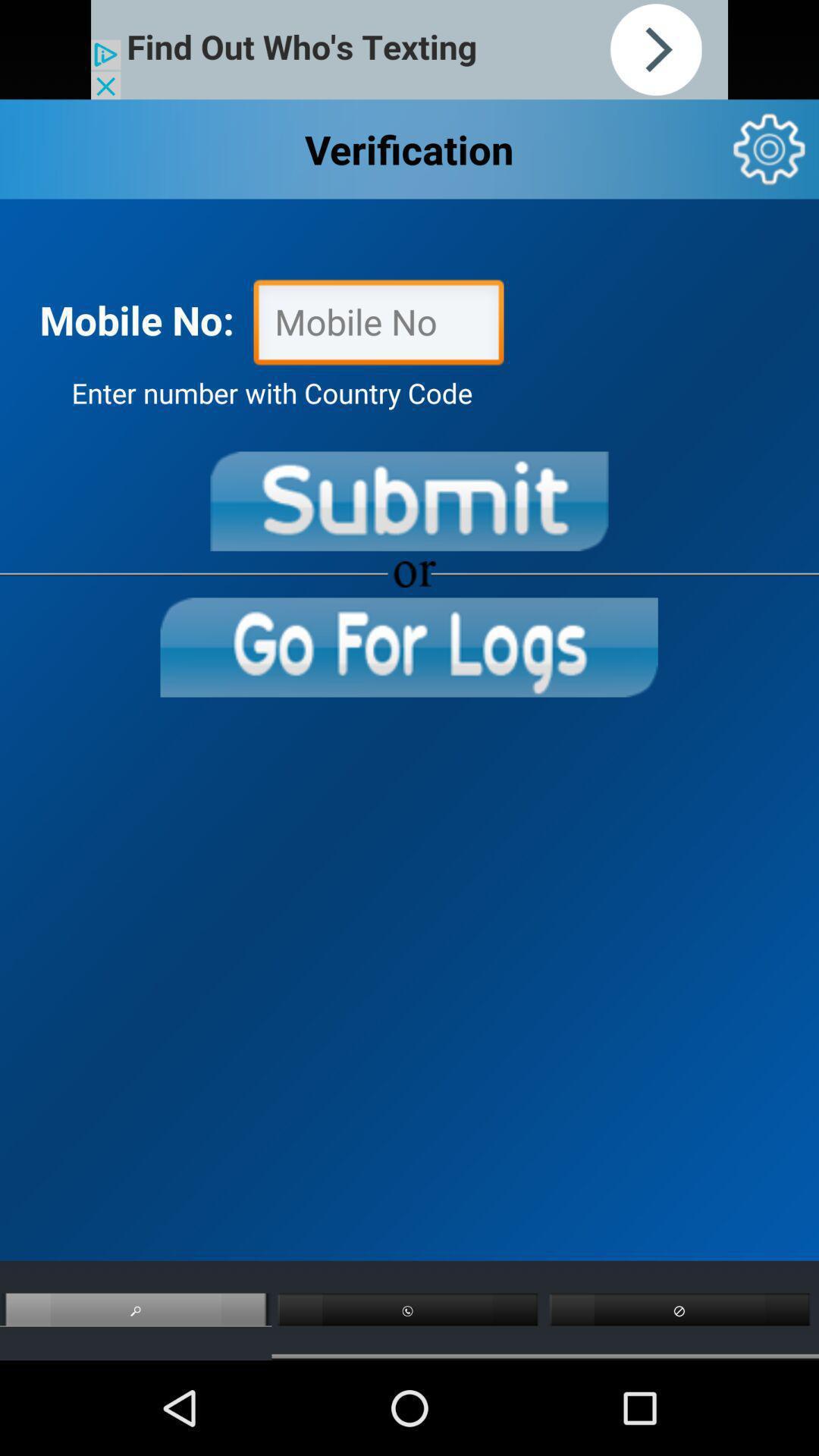  What do you see at coordinates (408, 647) in the screenshot?
I see `logs` at bounding box center [408, 647].